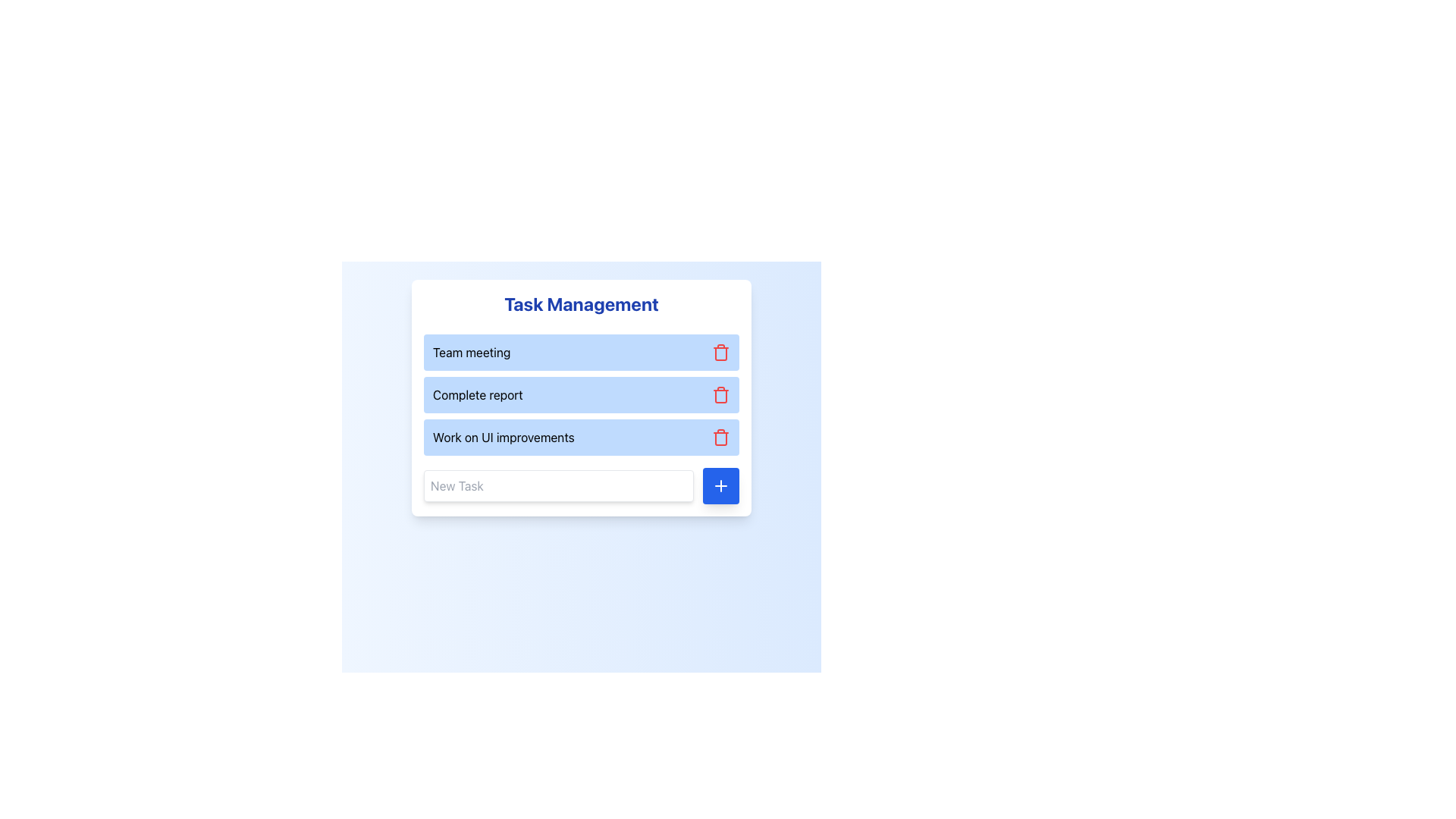 Image resolution: width=1456 pixels, height=819 pixels. Describe the element at coordinates (504, 438) in the screenshot. I see `the text label displaying 'Work on UI improvements', which is prominently placed in a light blue rounded box within the task management interface` at that location.